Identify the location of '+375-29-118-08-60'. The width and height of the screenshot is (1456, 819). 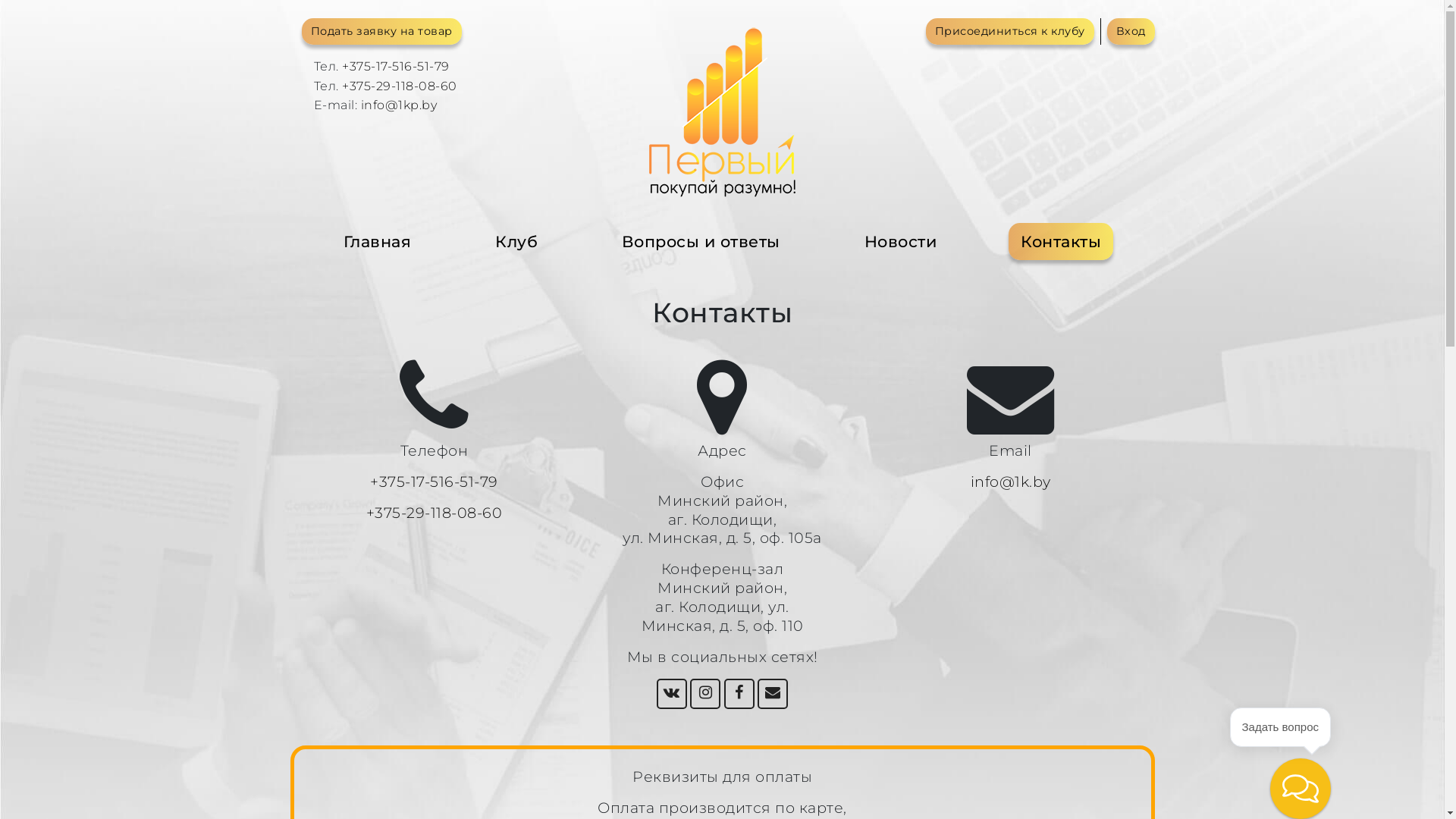
(400, 86).